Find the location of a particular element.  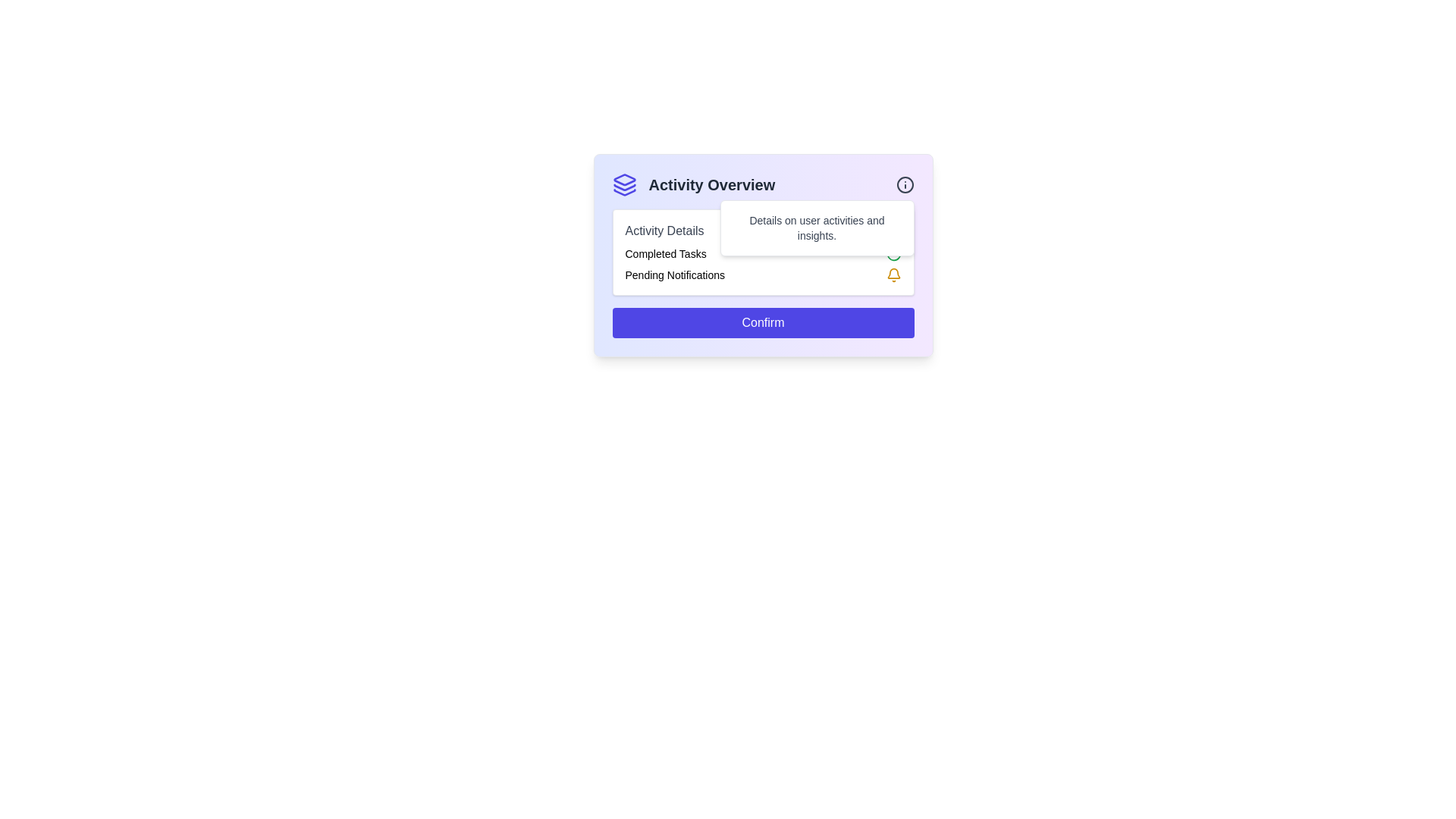

the Text label indicating pending notifications located in the lower portion of the 'Activity Overview' card, below the 'Completed Tasks' label is located at coordinates (674, 275).